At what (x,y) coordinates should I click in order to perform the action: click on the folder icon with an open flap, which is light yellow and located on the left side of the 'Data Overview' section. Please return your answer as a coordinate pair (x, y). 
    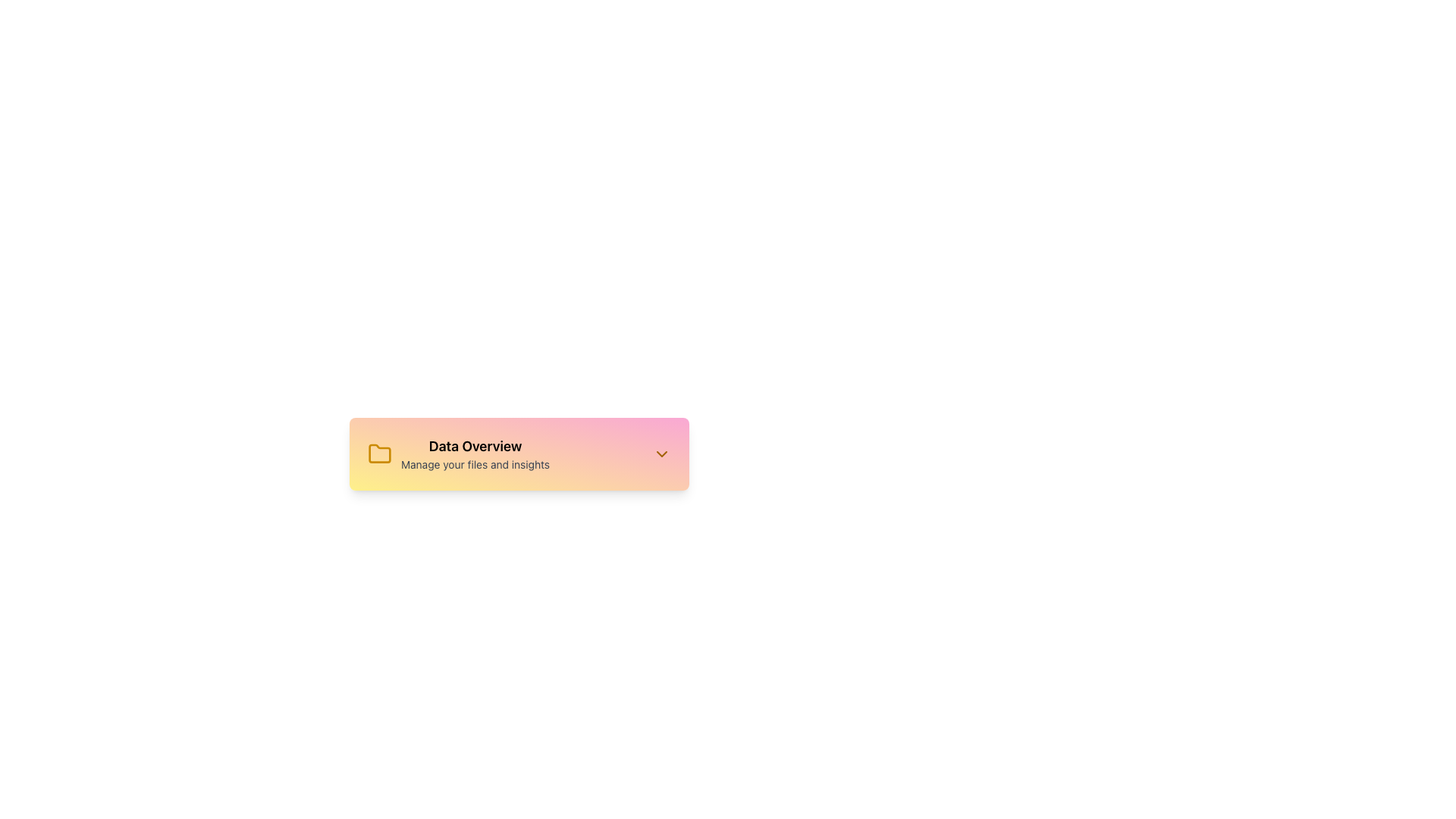
    Looking at the image, I should click on (379, 453).